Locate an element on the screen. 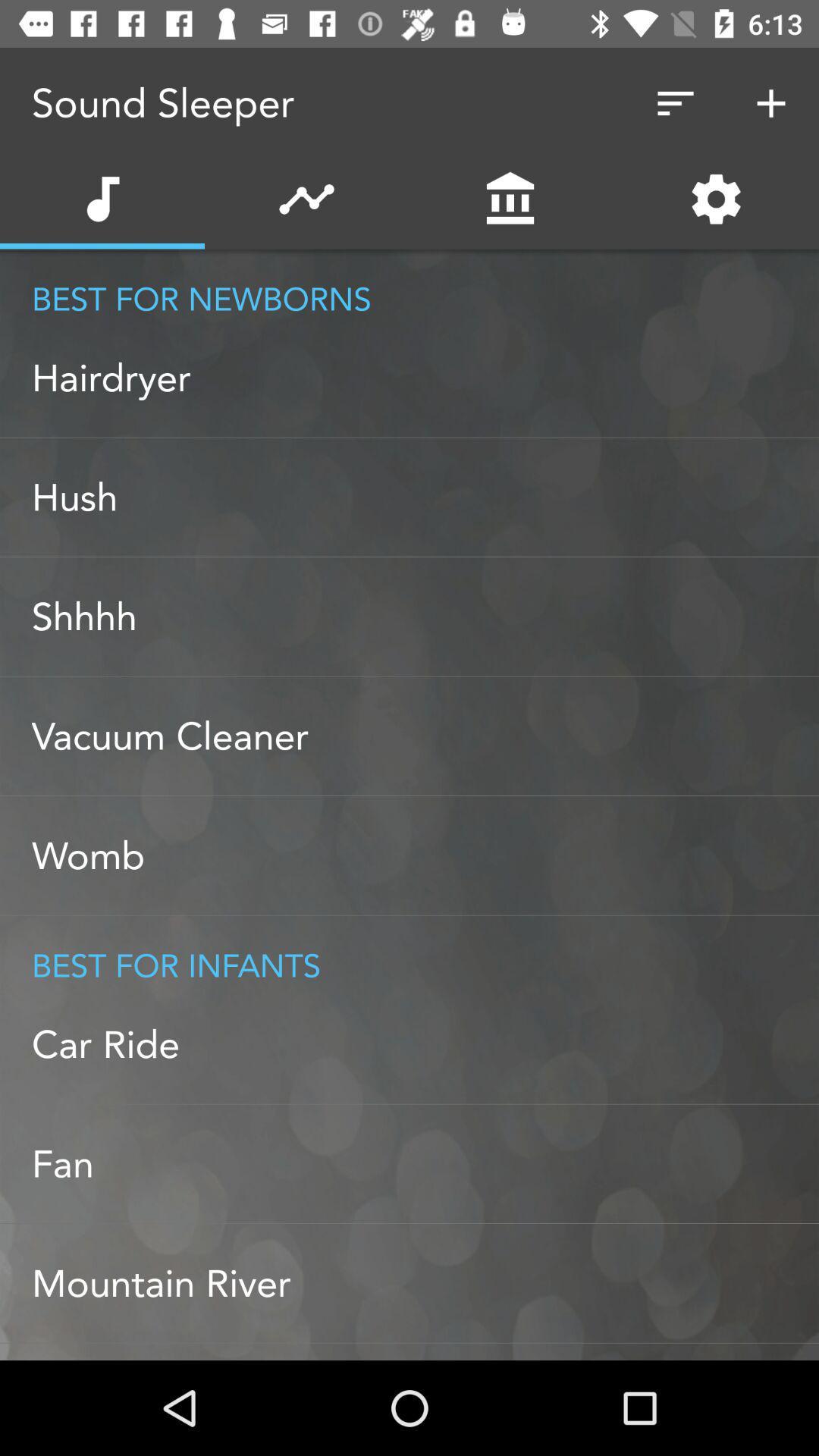 This screenshot has width=819, height=1456. the item to the right of the sound sleeper icon is located at coordinates (675, 102).